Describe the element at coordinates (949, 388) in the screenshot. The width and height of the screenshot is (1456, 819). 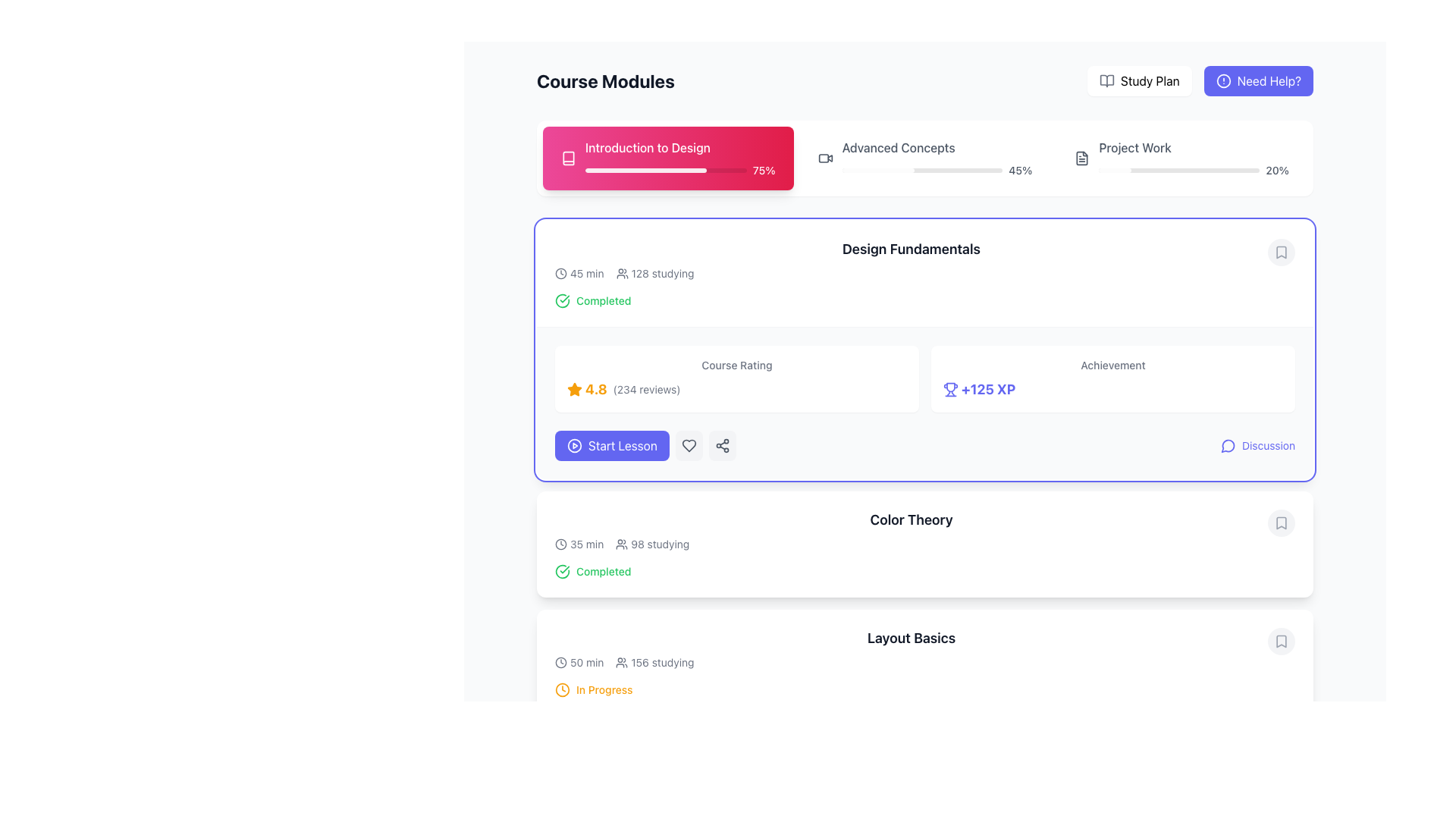
I see `the trophy icon located in the 'Achievement' section of the 'Design Fundamentals' module, which is immediately to the left of the text '+125 XP'` at that location.